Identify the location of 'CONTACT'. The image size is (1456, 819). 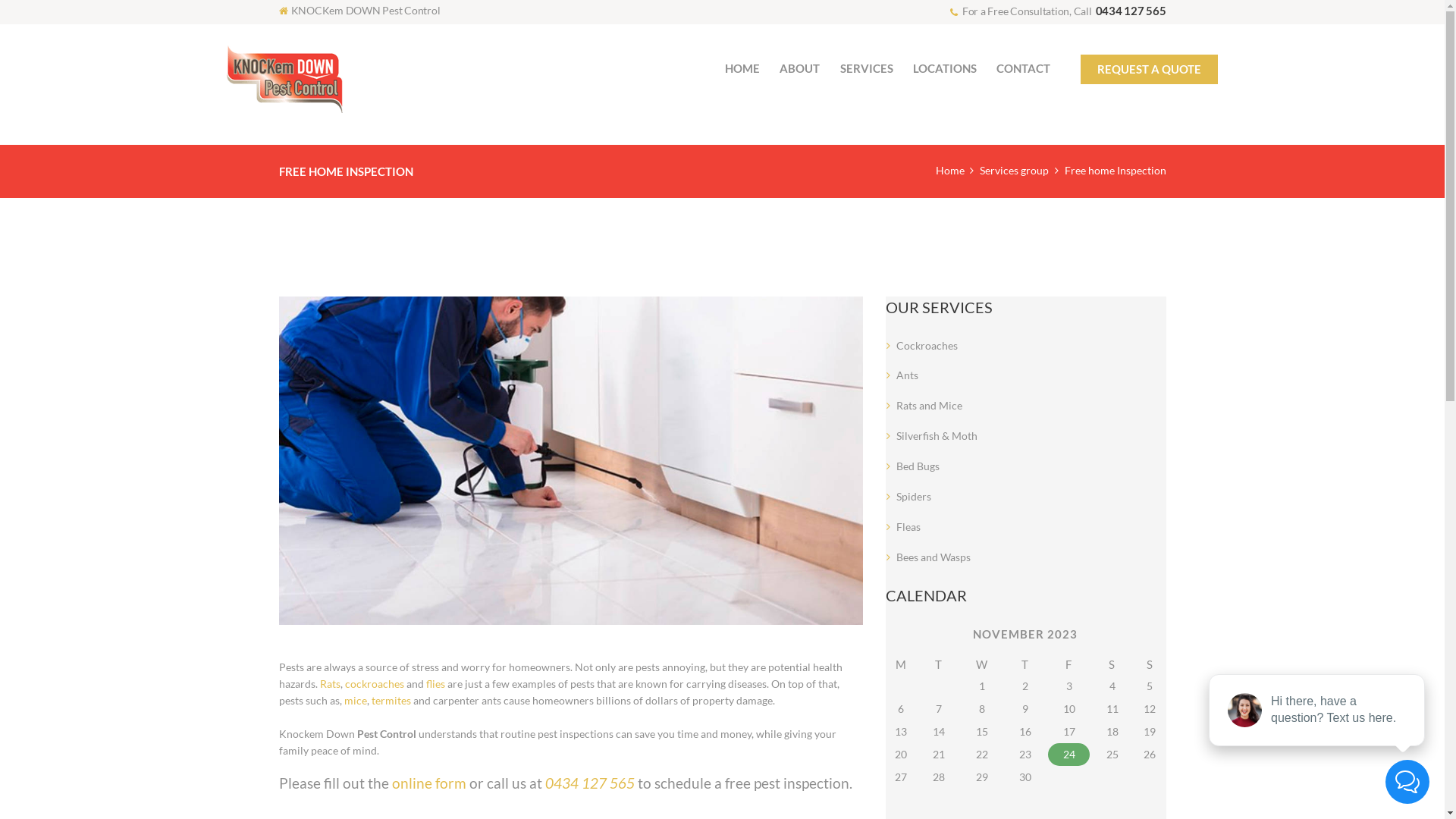
(1023, 68).